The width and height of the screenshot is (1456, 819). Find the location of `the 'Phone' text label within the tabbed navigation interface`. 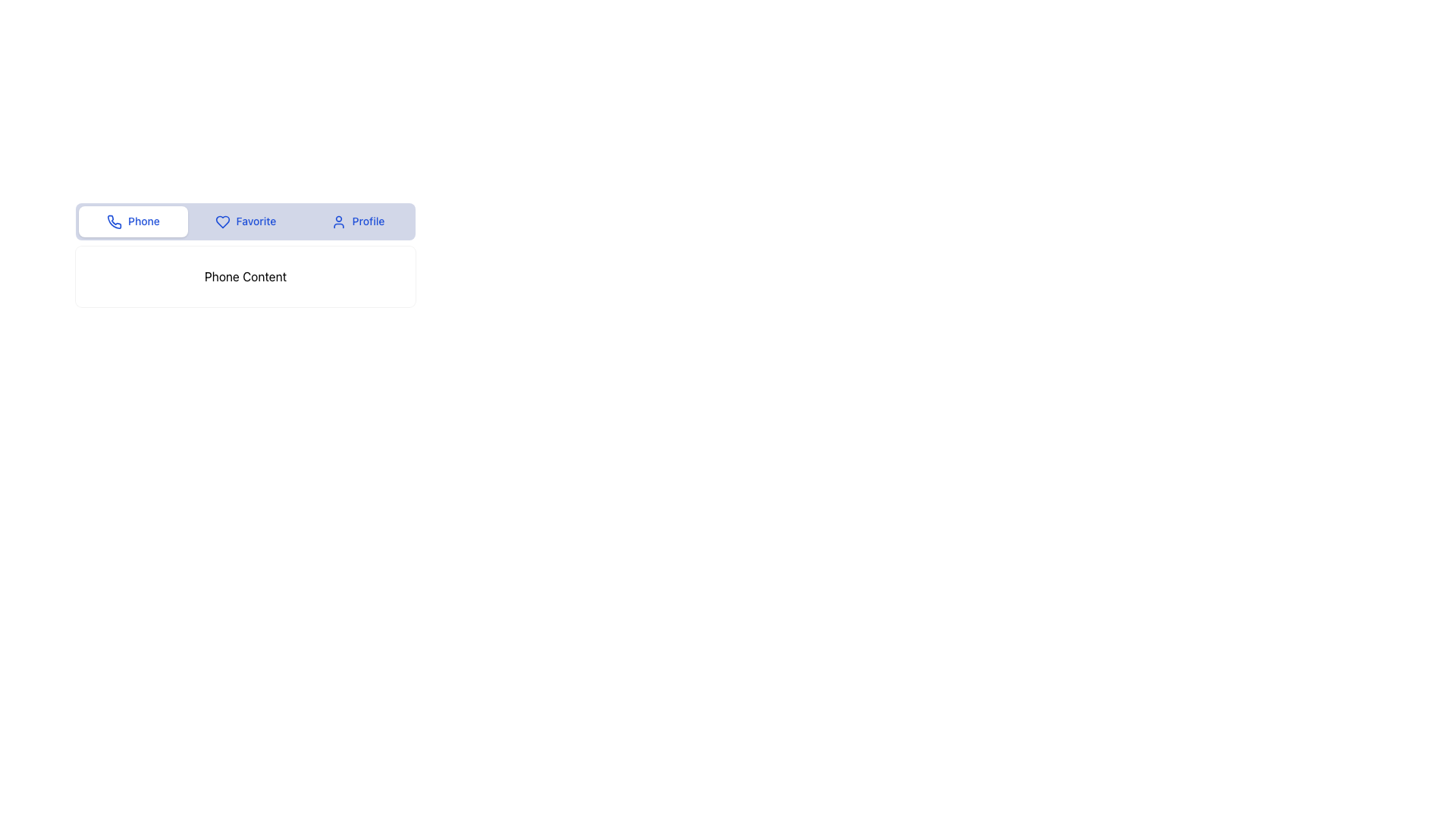

the 'Phone' text label within the tabbed navigation interface is located at coordinates (141, 220).